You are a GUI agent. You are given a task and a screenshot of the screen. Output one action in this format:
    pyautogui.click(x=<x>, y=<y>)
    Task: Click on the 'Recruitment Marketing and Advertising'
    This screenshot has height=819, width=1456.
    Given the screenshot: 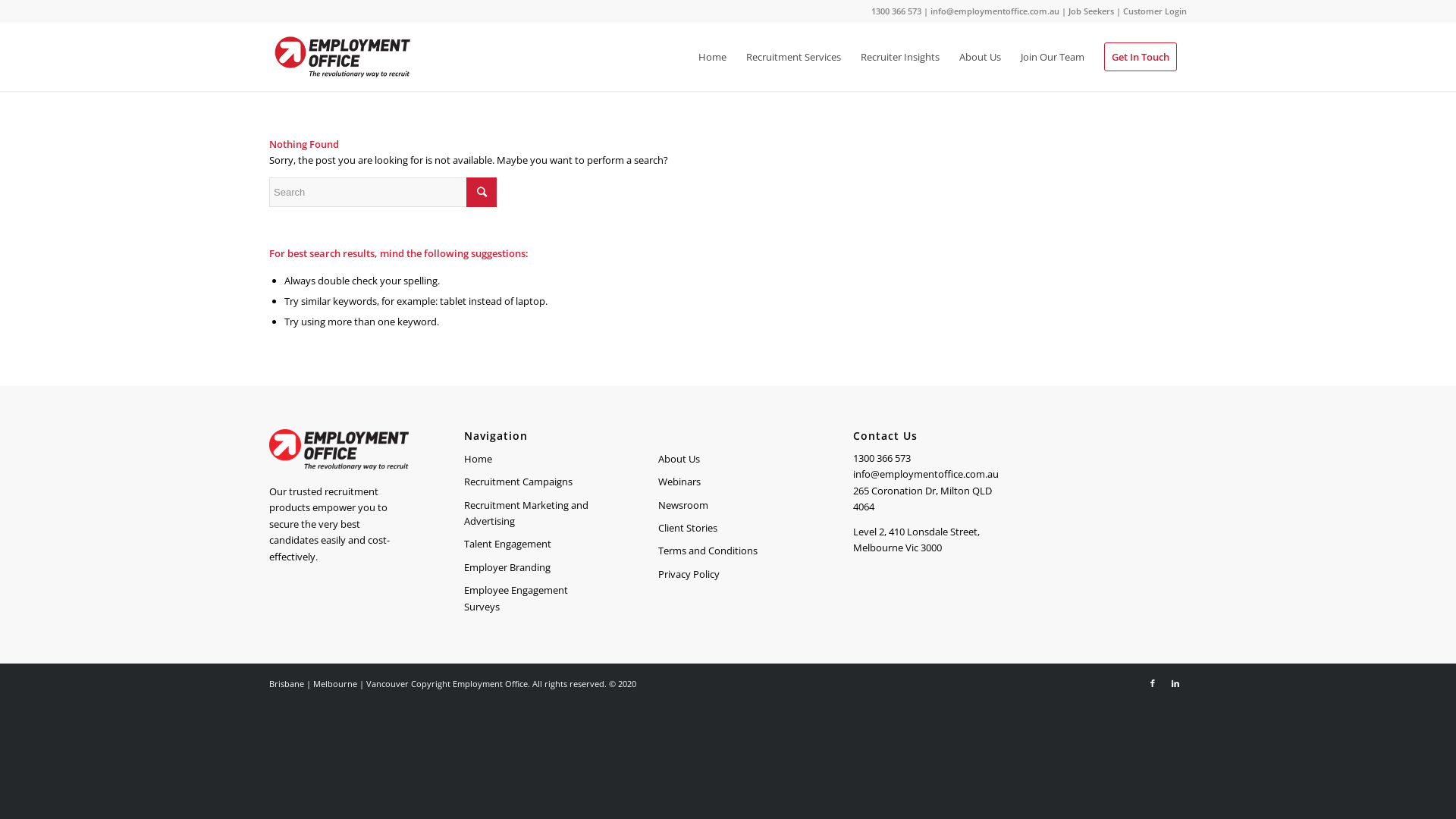 What is the action you would take?
    pyautogui.click(x=463, y=513)
    